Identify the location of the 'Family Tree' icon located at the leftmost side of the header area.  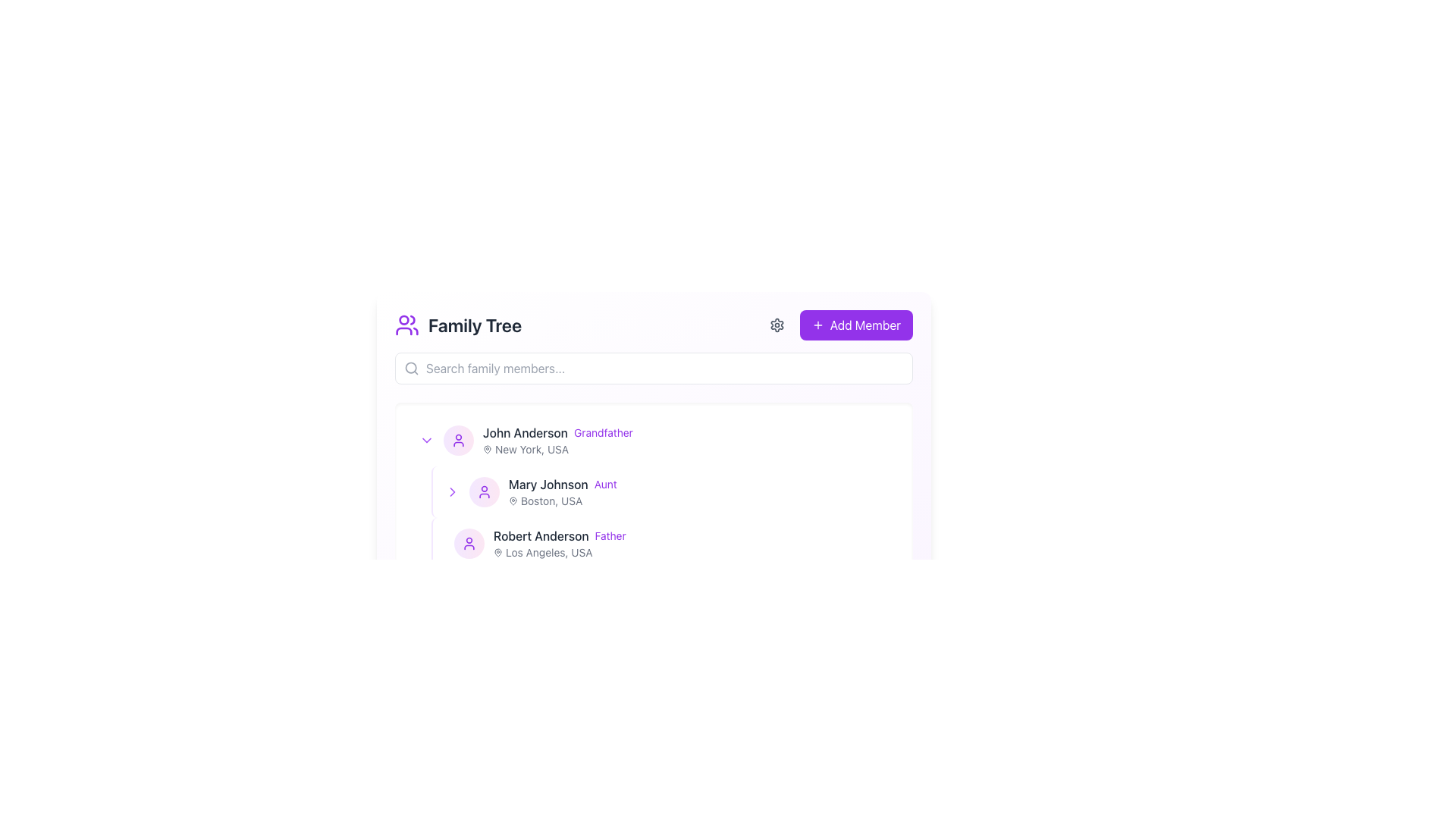
(407, 324).